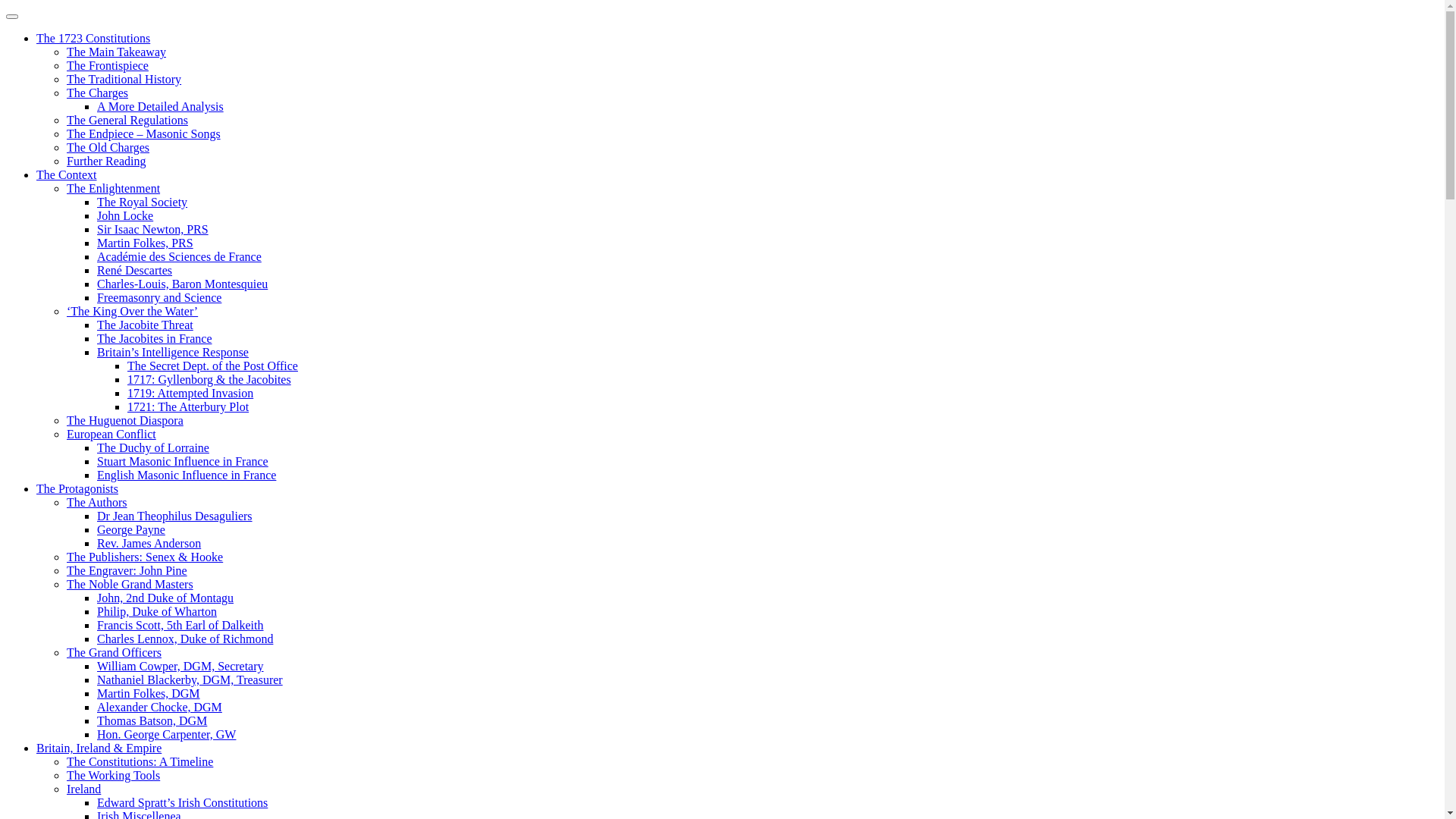  What do you see at coordinates (182, 284) in the screenshot?
I see `'Charles-Louis, Baron Montesquieu'` at bounding box center [182, 284].